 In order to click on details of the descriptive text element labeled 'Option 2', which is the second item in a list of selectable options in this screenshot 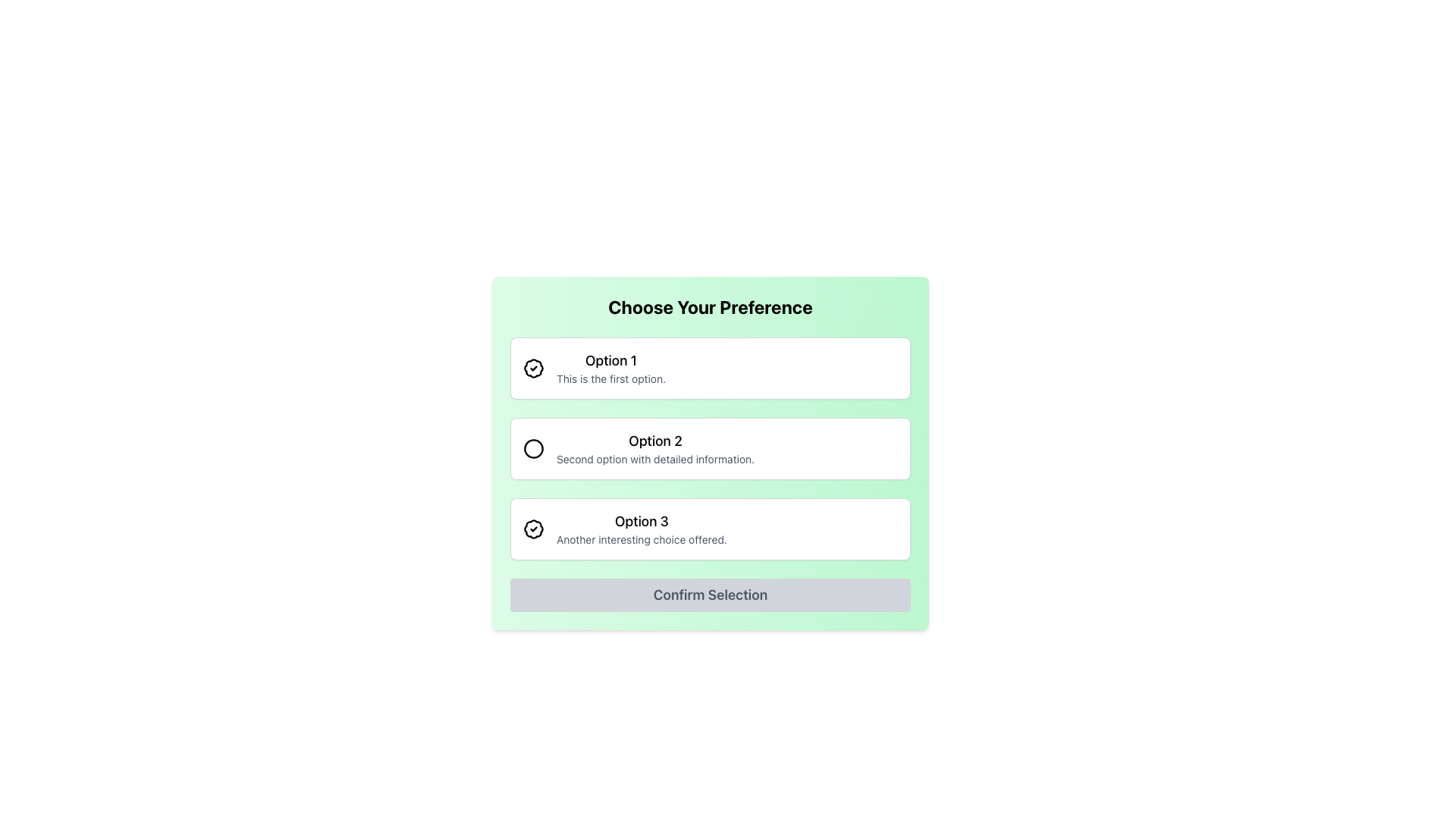, I will do `click(655, 447)`.